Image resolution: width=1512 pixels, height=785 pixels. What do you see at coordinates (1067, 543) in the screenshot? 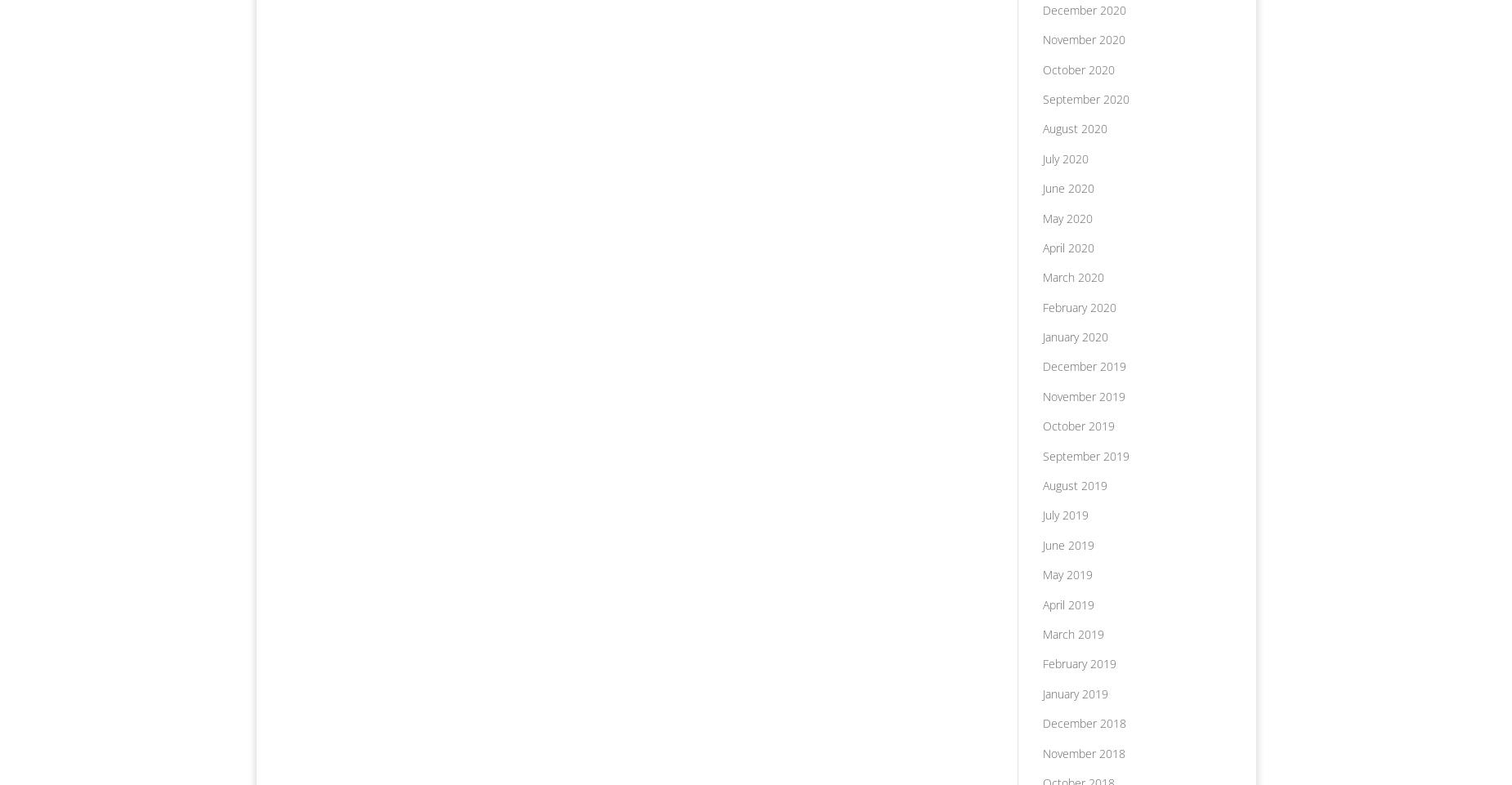
I see `'June 2019'` at bounding box center [1067, 543].